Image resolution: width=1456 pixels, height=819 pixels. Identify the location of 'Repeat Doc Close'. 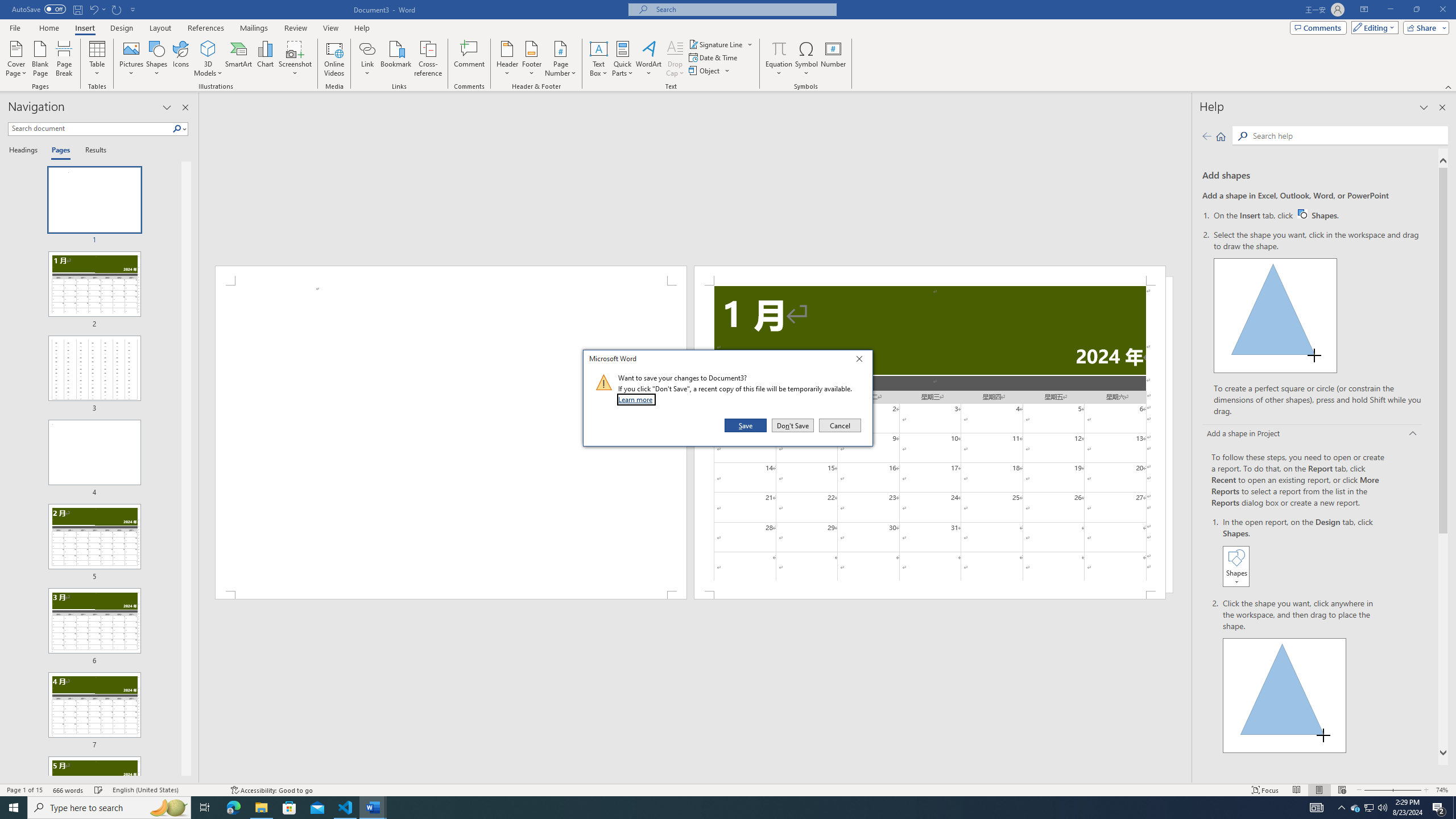
(117, 9).